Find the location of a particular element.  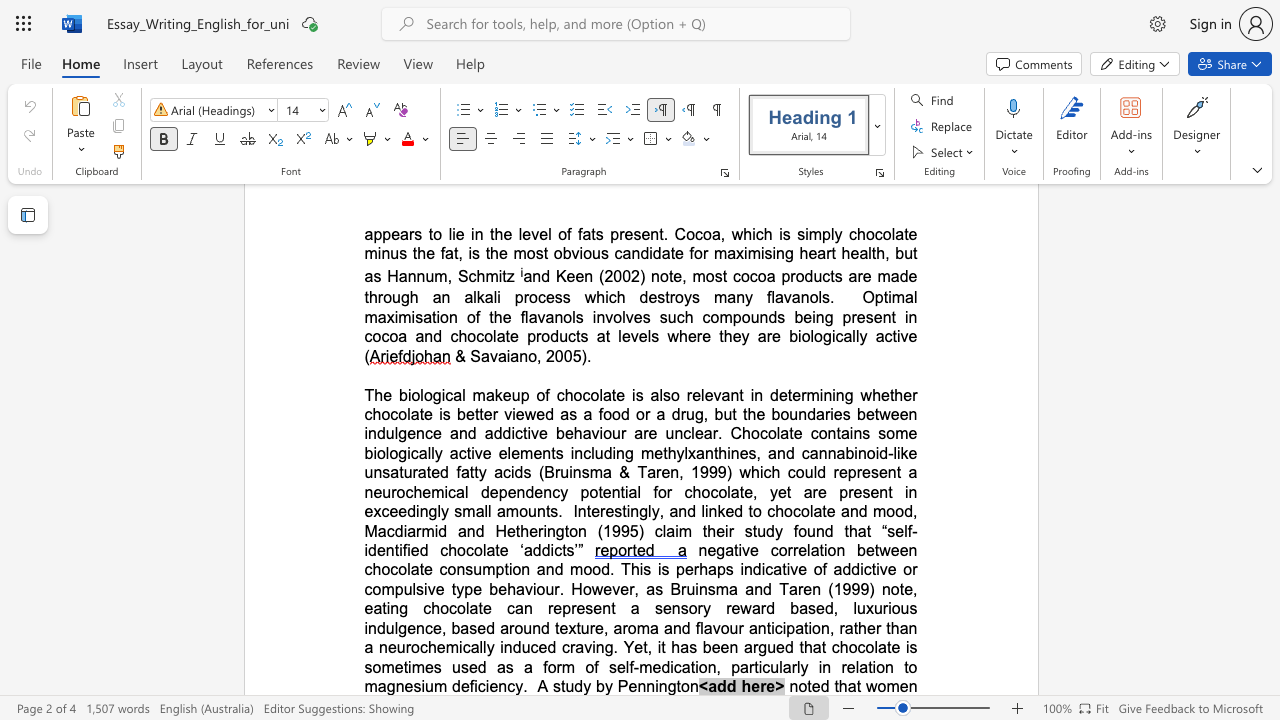

the subset text "re>" within the text "<add here>" is located at coordinates (759, 685).